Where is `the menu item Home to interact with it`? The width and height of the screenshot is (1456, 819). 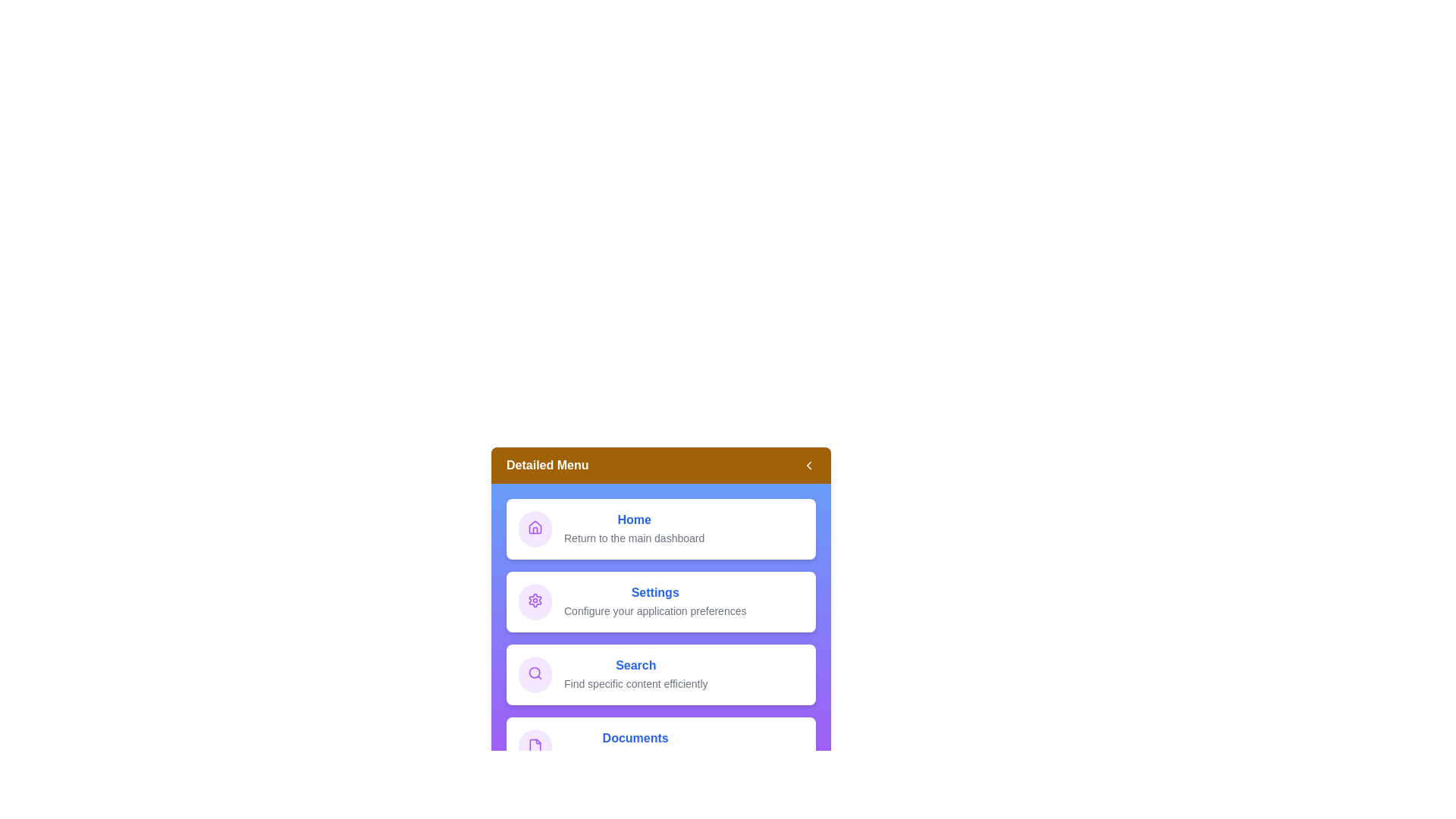
the menu item Home to interact with it is located at coordinates (661, 529).